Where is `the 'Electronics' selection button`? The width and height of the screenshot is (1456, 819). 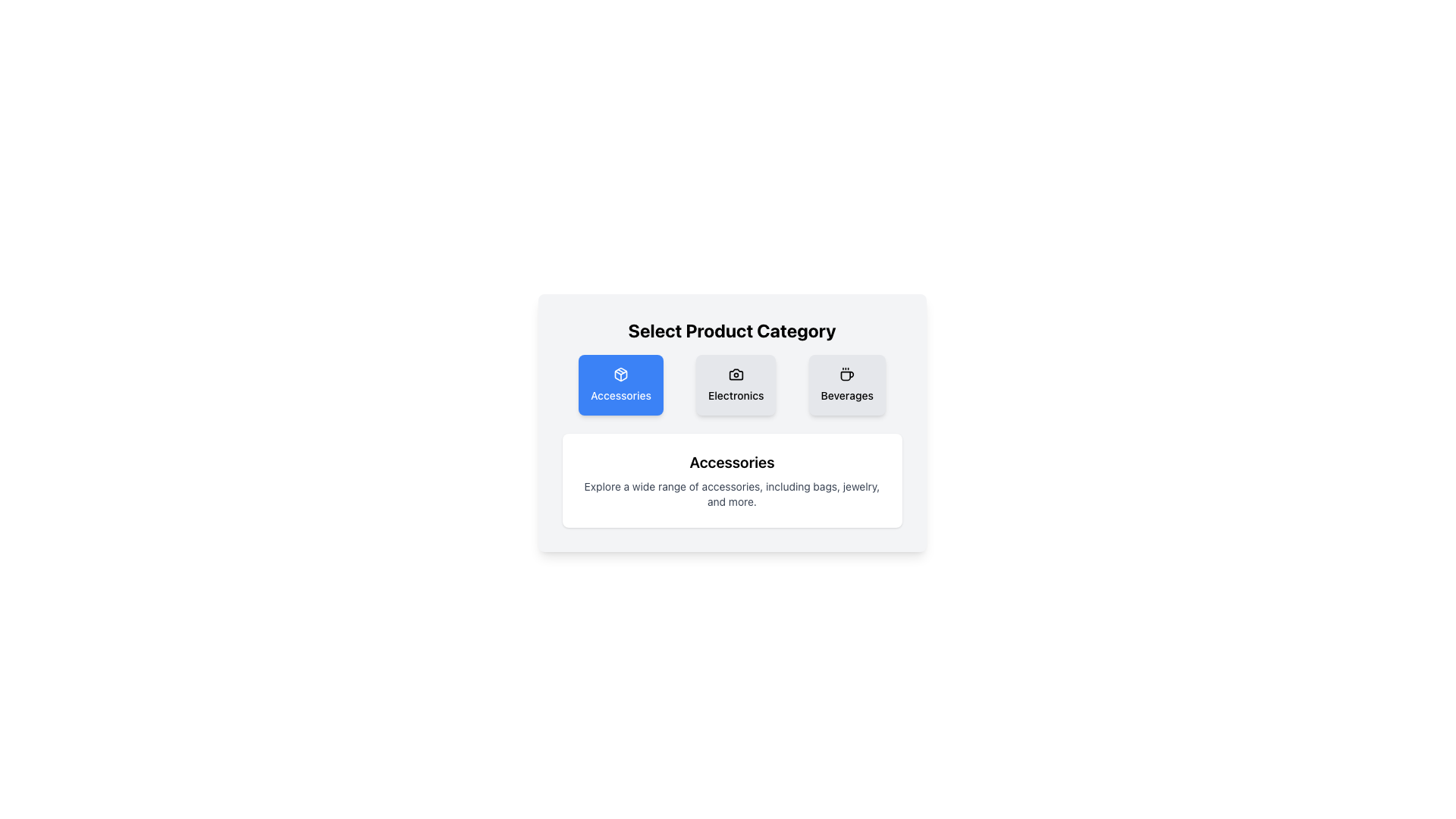
the 'Electronics' selection button is located at coordinates (732, 384).